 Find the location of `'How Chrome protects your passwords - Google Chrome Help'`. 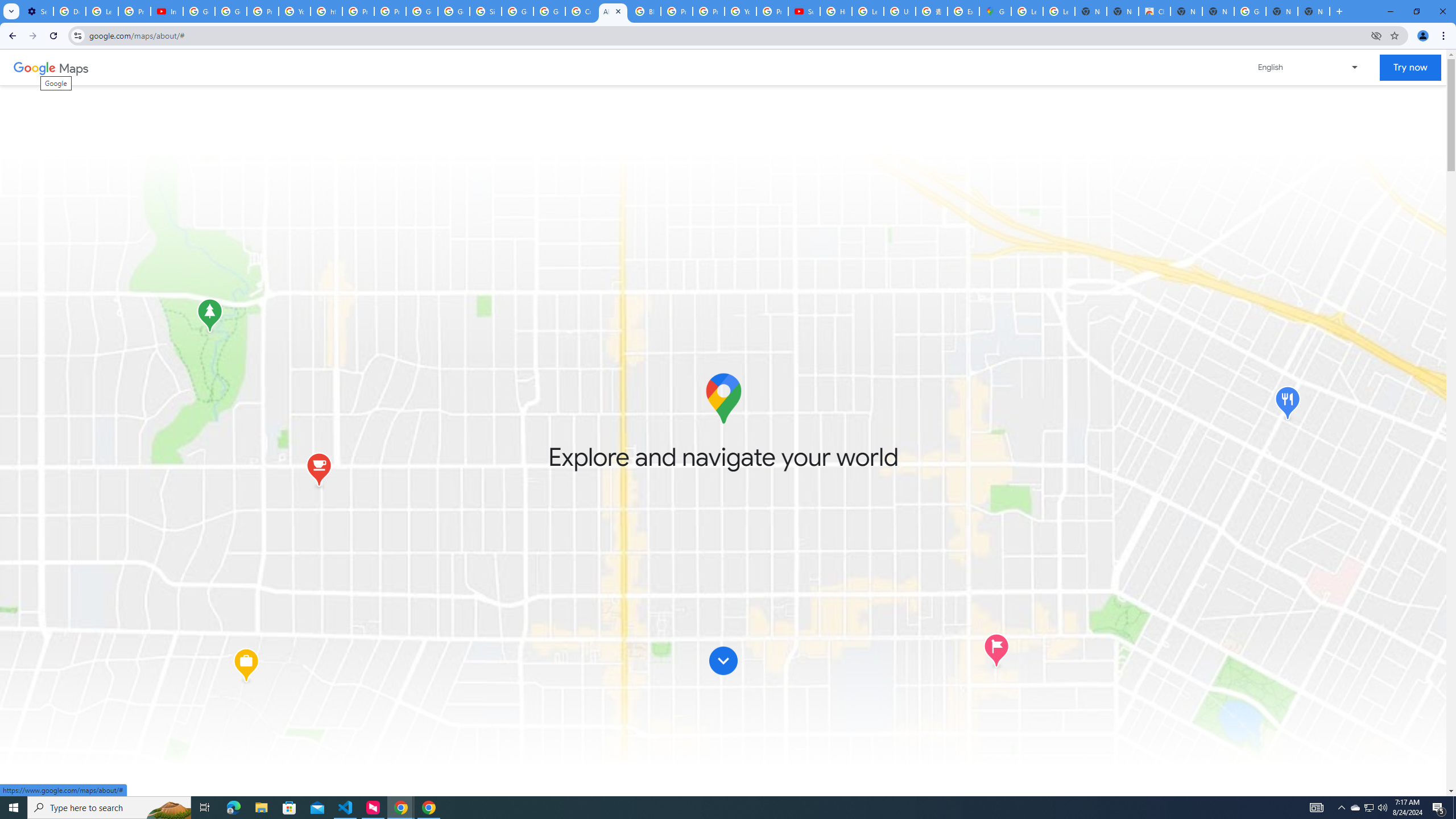

'How Chrome protects your passwords - Google Chrome Help' is located at coordinates (835, 11).